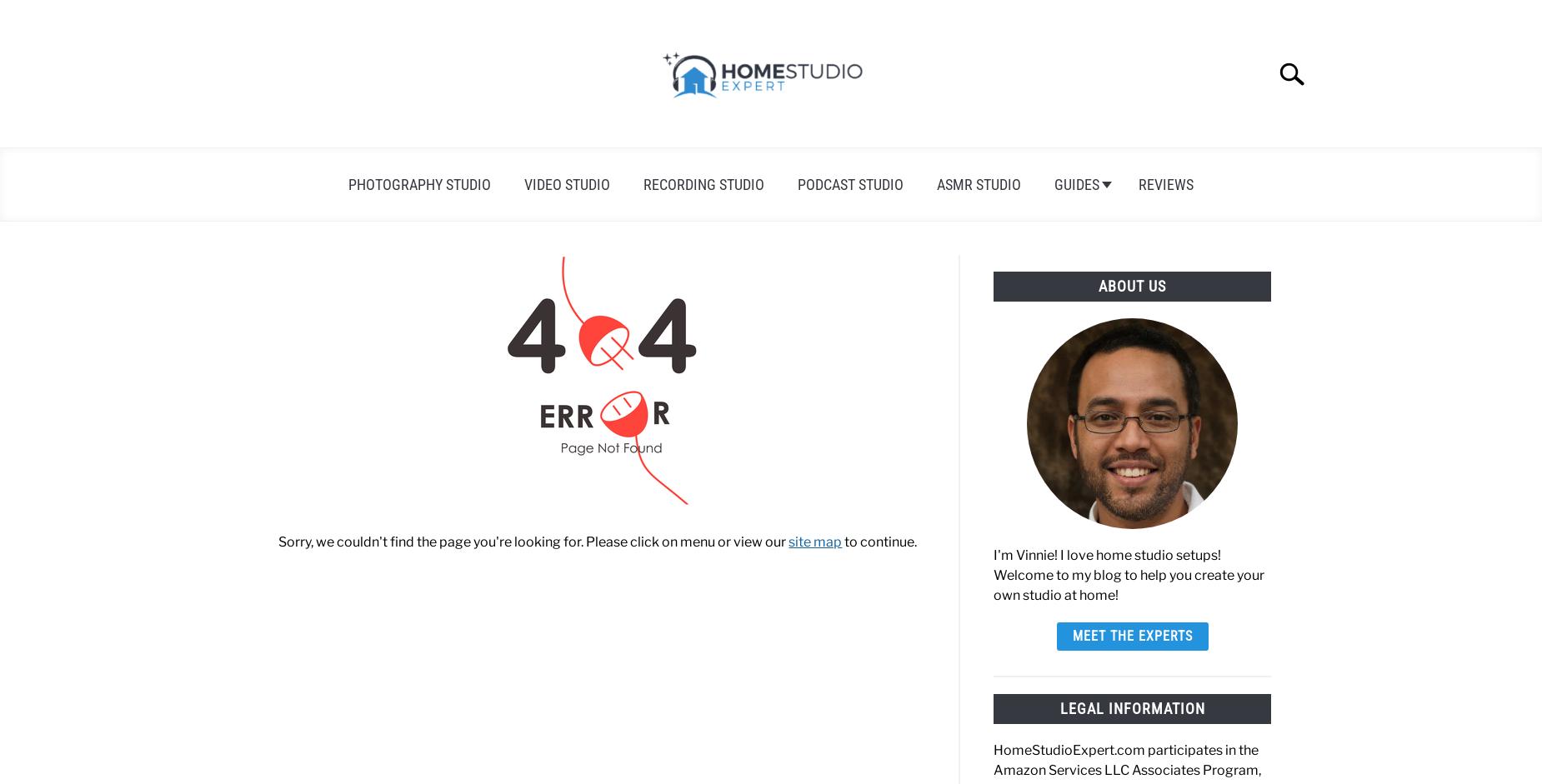 The image size is (1542, 784). Describe the element at coordinates (347, 183) in the screenshot. I see `'Photography Studio'` at that location.